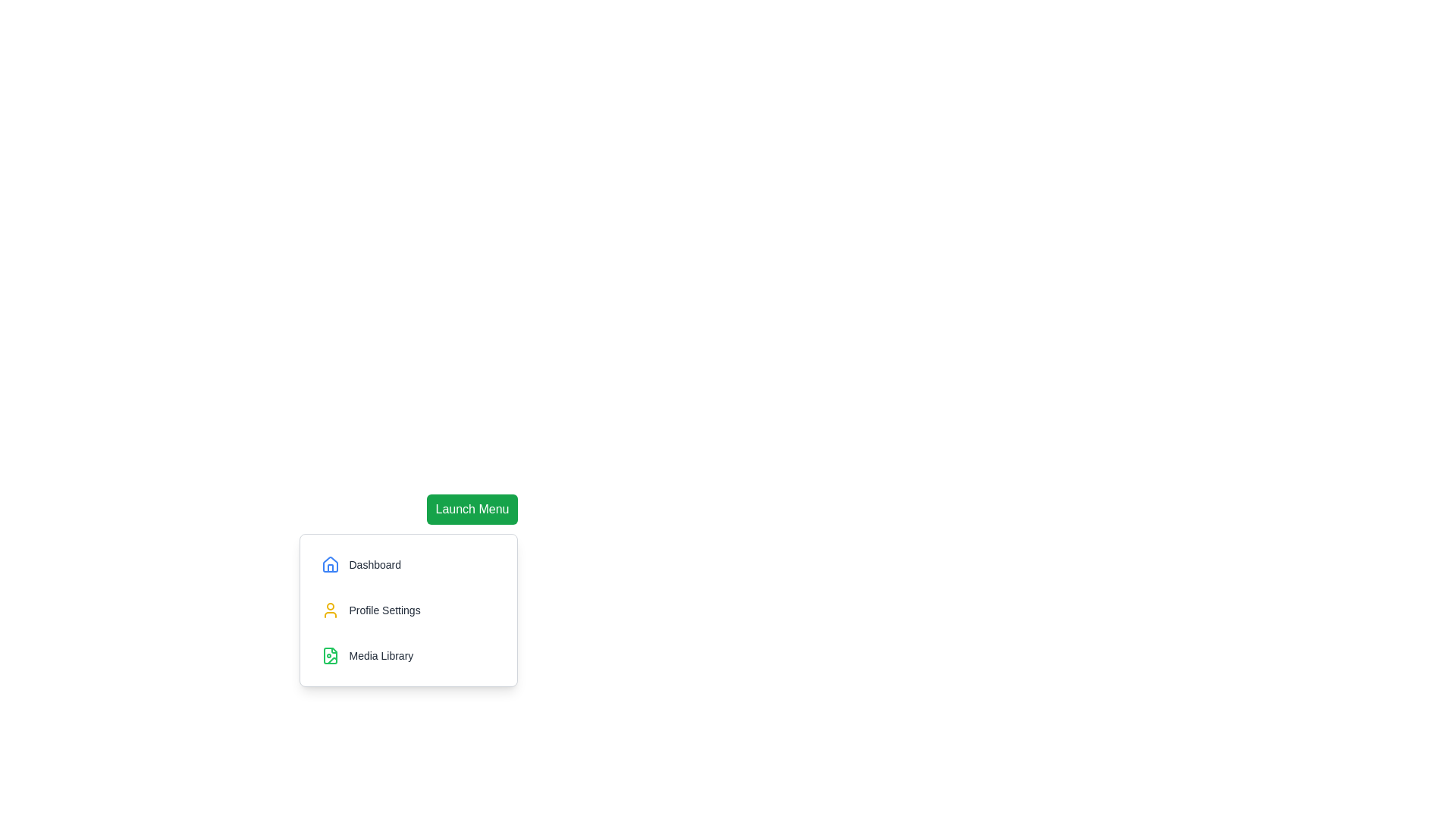 The image size is (1456, 819). I want to click on the 'Dashboard' button, which is the first item in the vertical menu, so click(409, 564).